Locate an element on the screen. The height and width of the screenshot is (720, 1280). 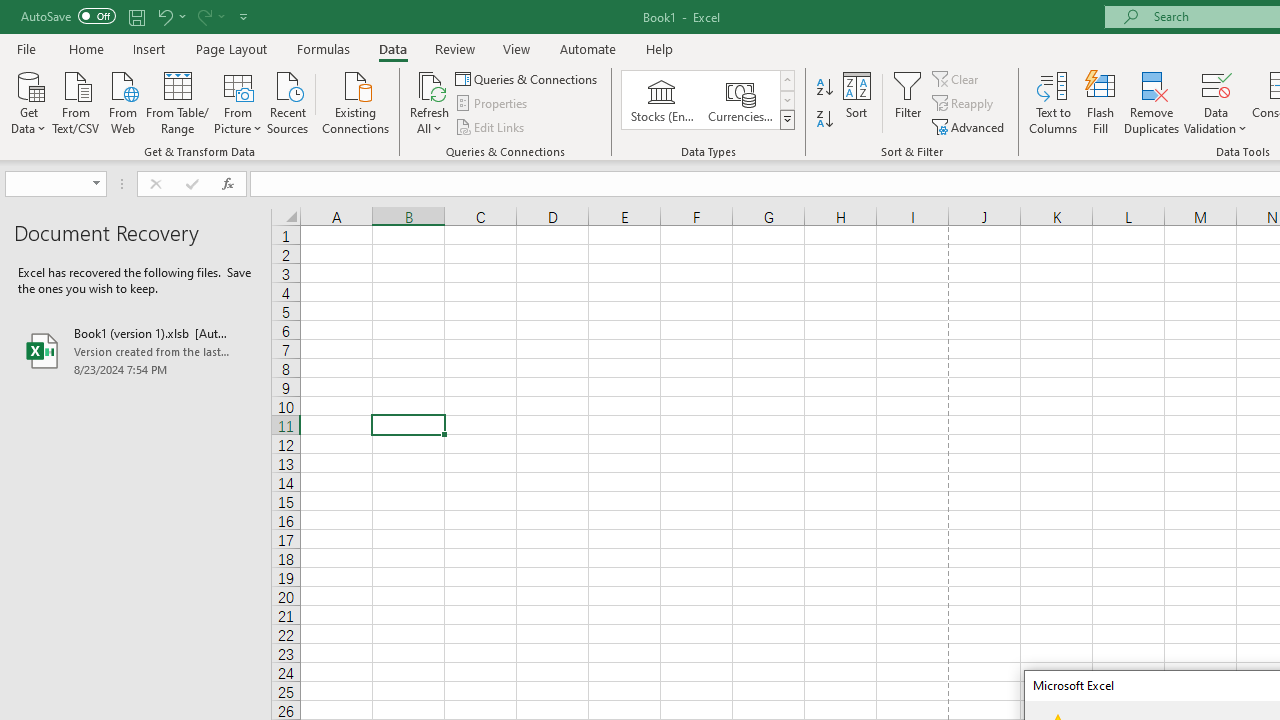
'Refresh All' is located at coordinates (429, 103).